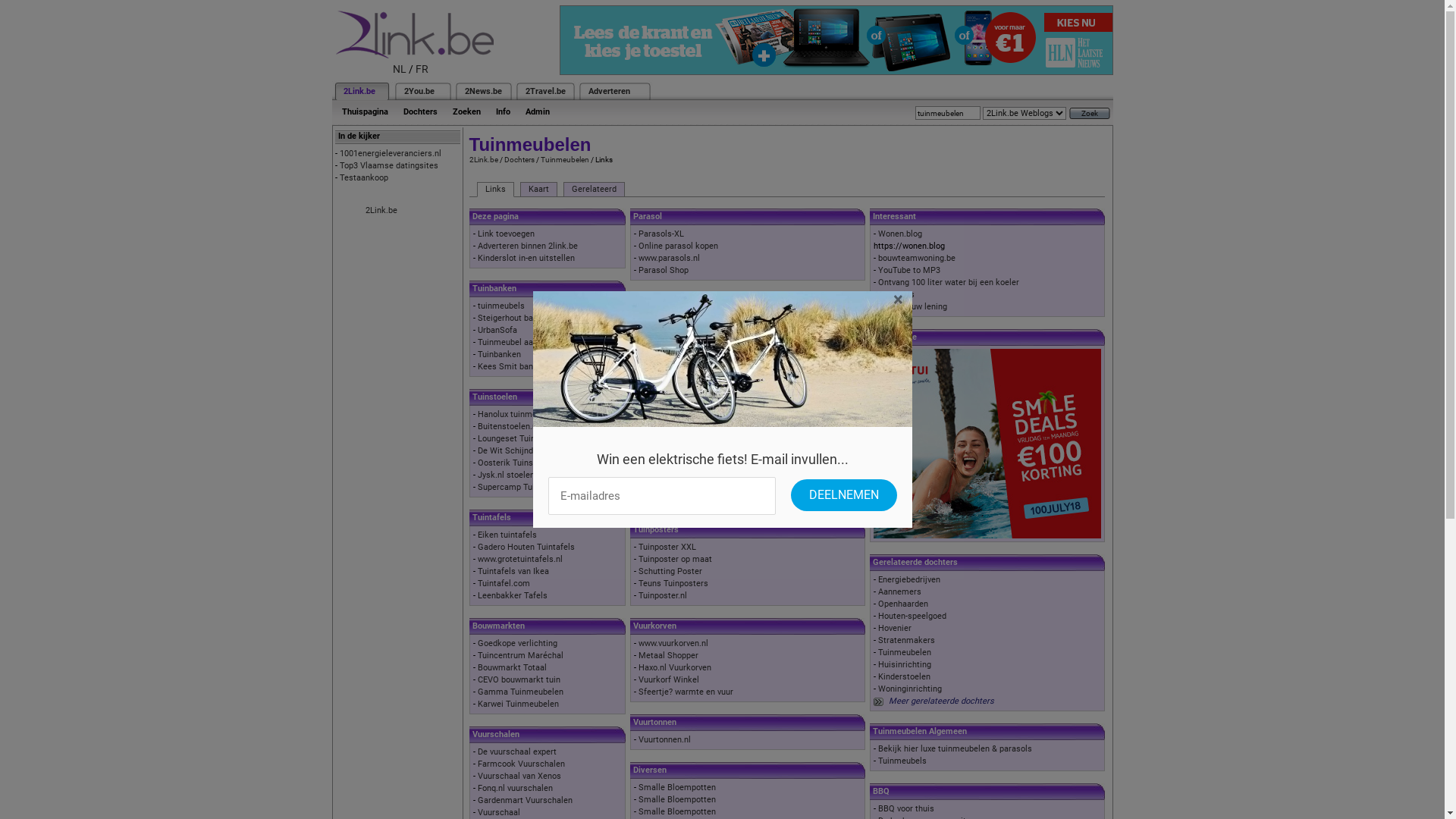 The width and height of the screenshot is (1456, 819). What do you see at coordinates (519, 414) in the screenshot?
I see `'Hanolux tuinmeubelen'` at bounding box center [519, 414].